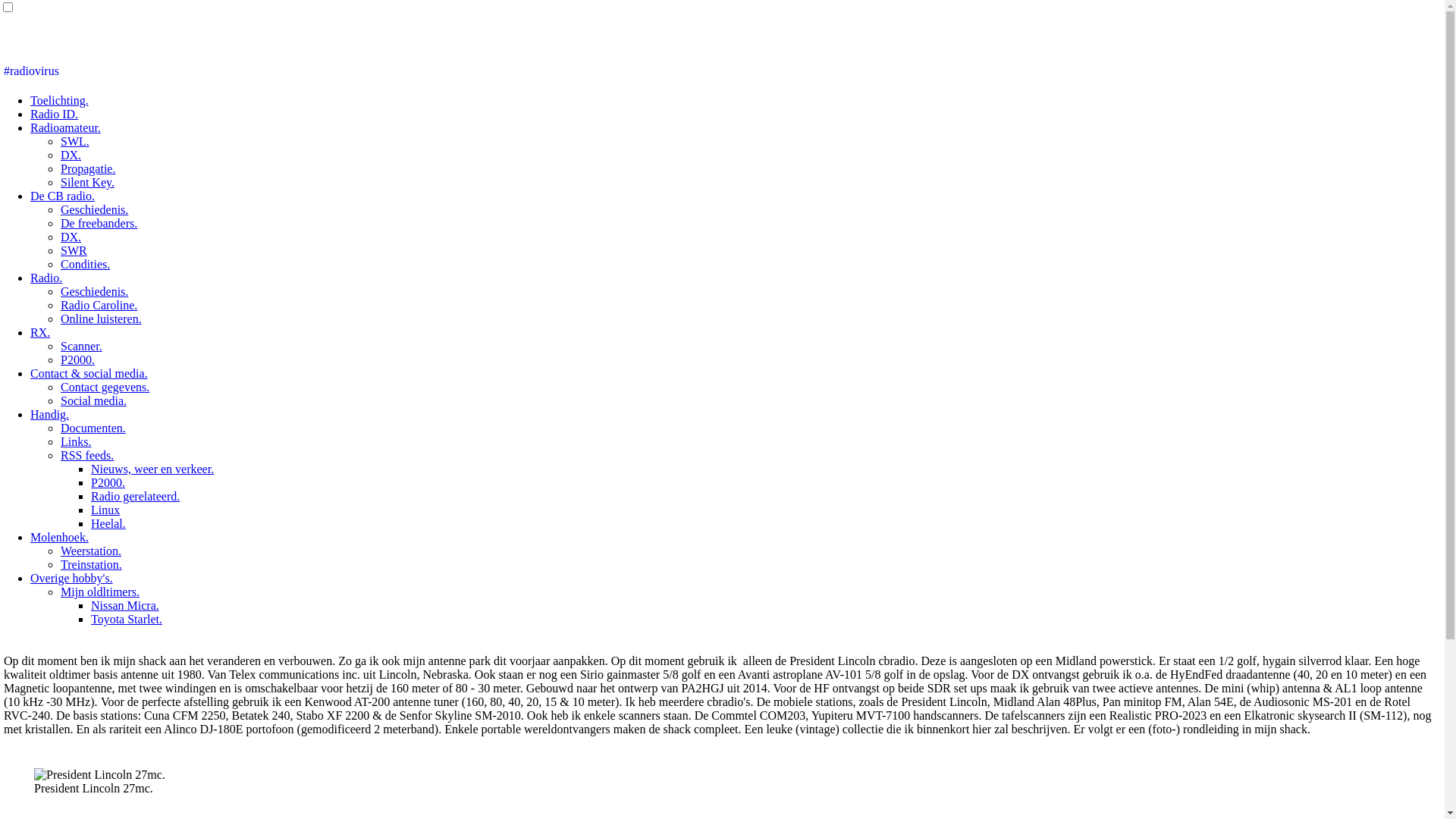  Describe the element at coordinates (88, 373) in the screenshot. I see `'Contact & social media.'` at that location.